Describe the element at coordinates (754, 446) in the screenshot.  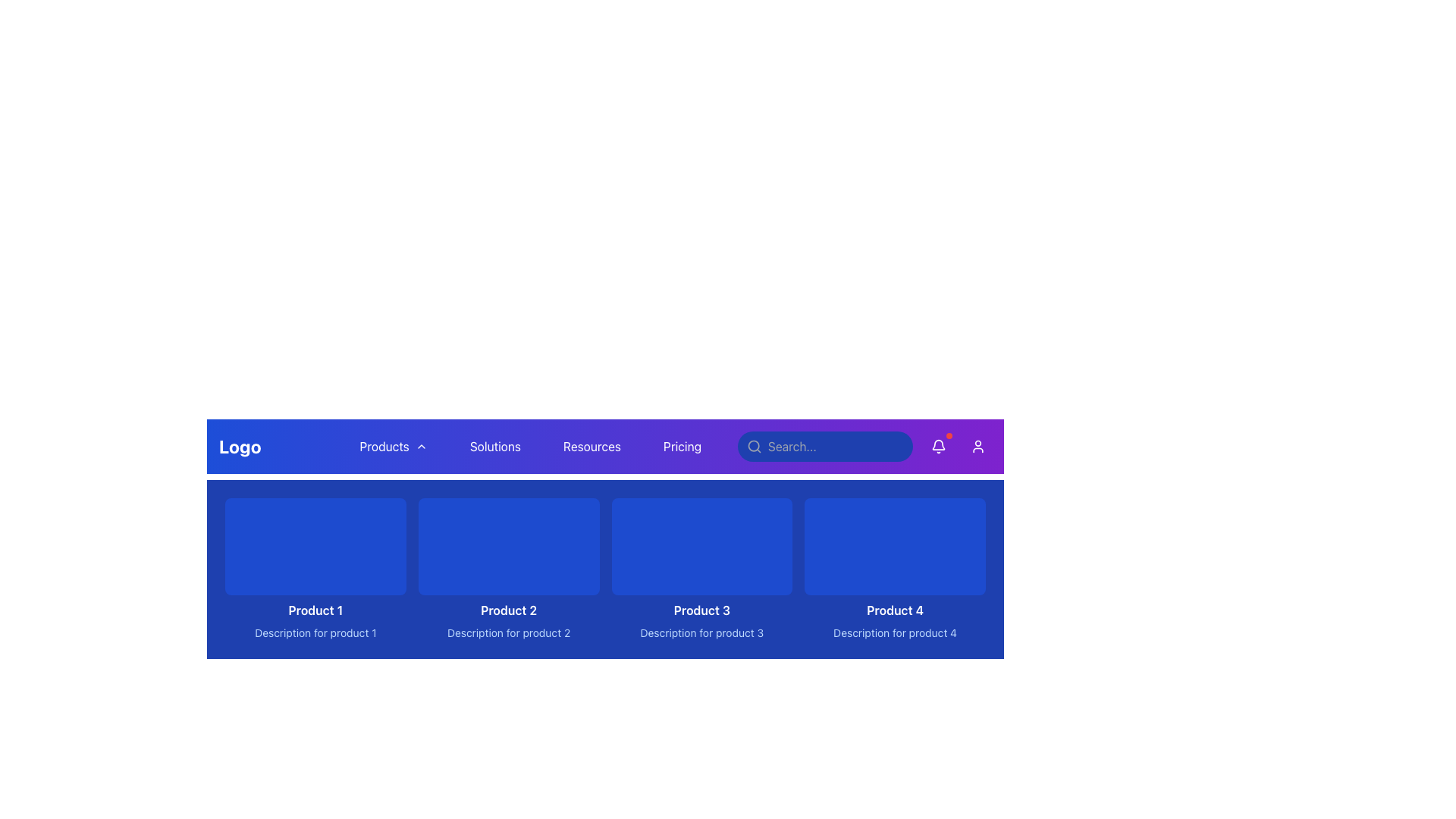
I see `the gray magnifying glass icon located on the left side of the search bar in the navigation header` at that location.